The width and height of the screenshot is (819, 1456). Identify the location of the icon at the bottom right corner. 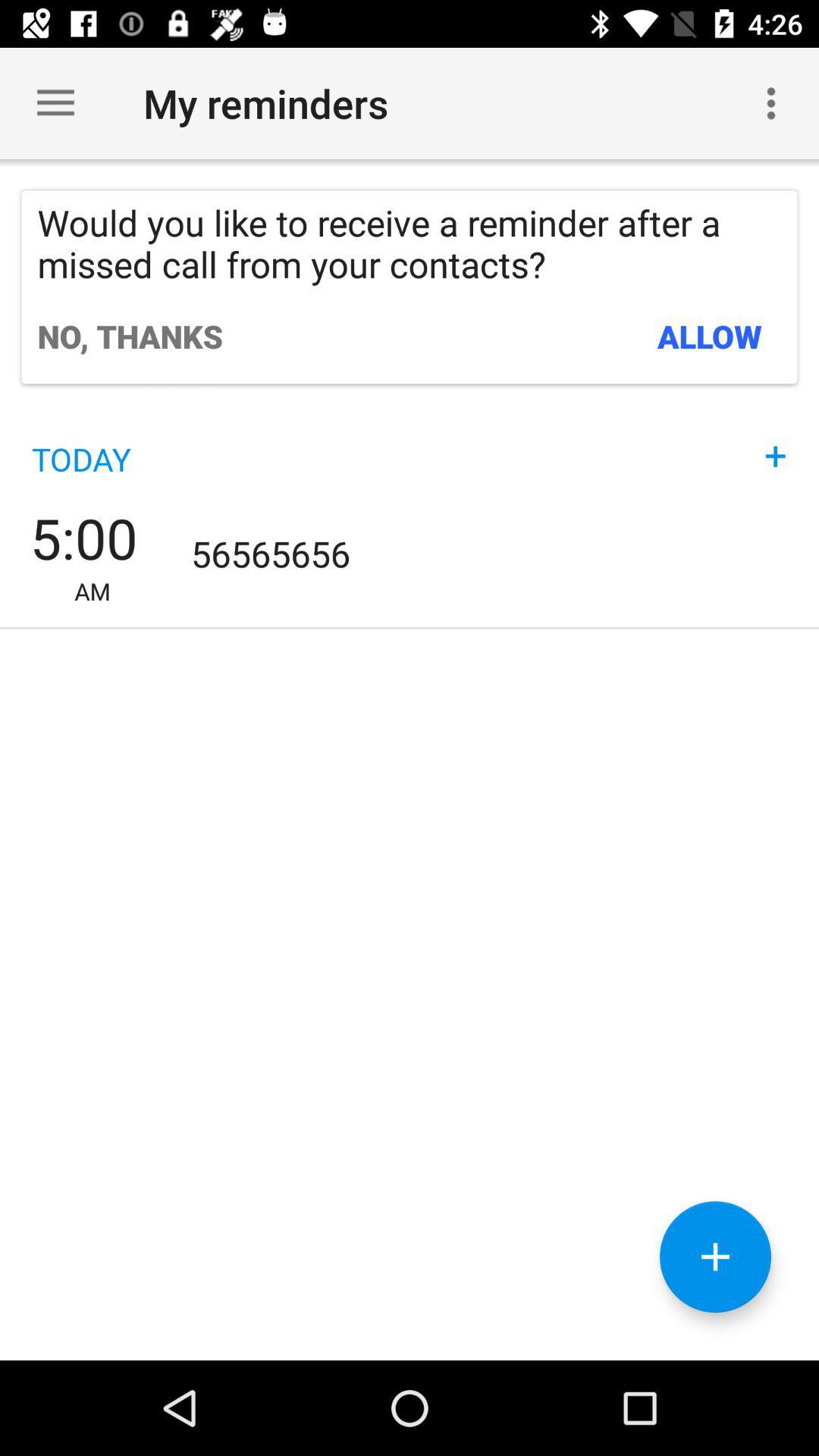
(715, 1257).